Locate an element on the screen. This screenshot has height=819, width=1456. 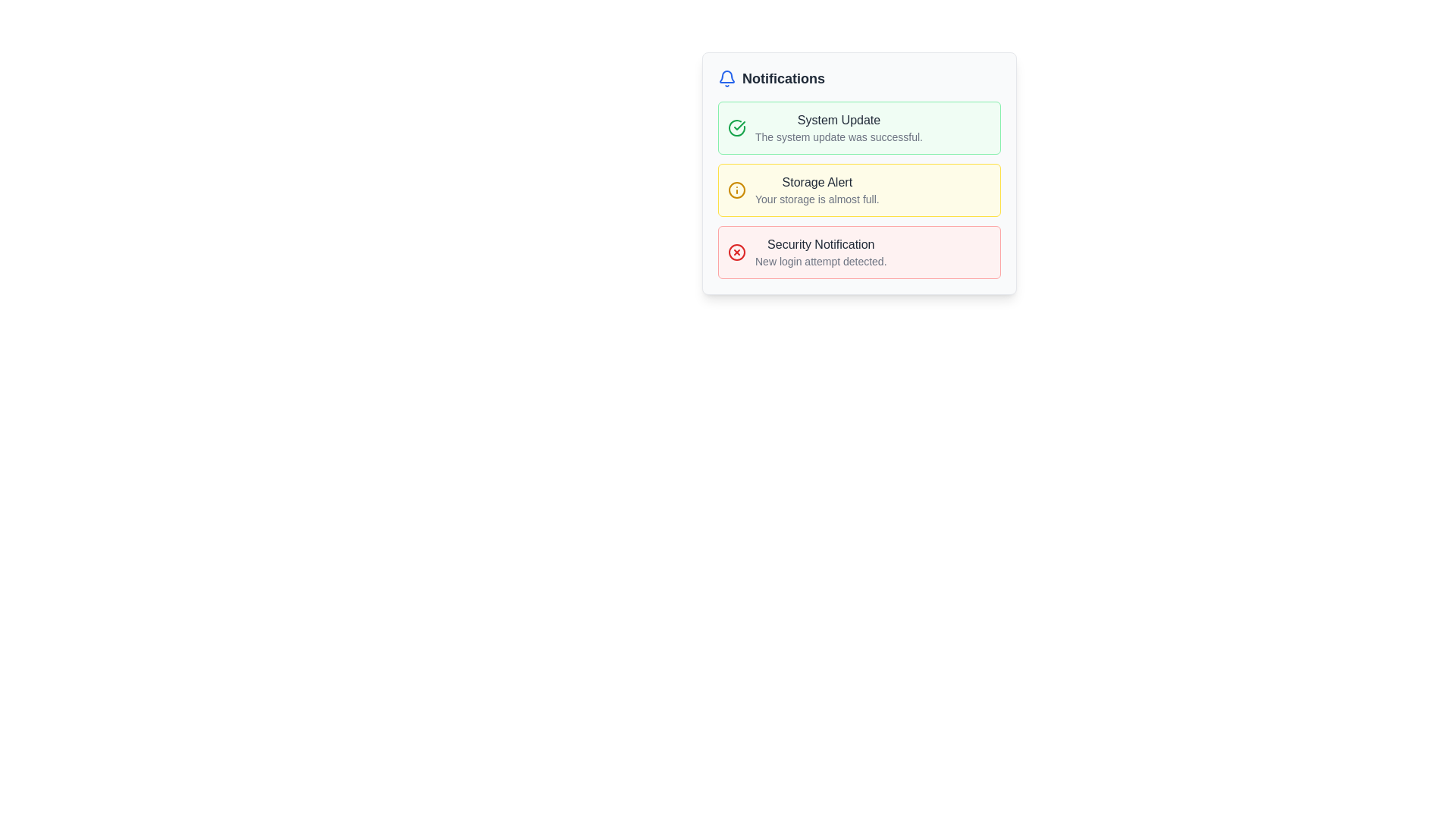
the title of the third notification card that alerts the user about a security-related issue, located in the lower portion of the notification panel is located at coordinates (820, 244).